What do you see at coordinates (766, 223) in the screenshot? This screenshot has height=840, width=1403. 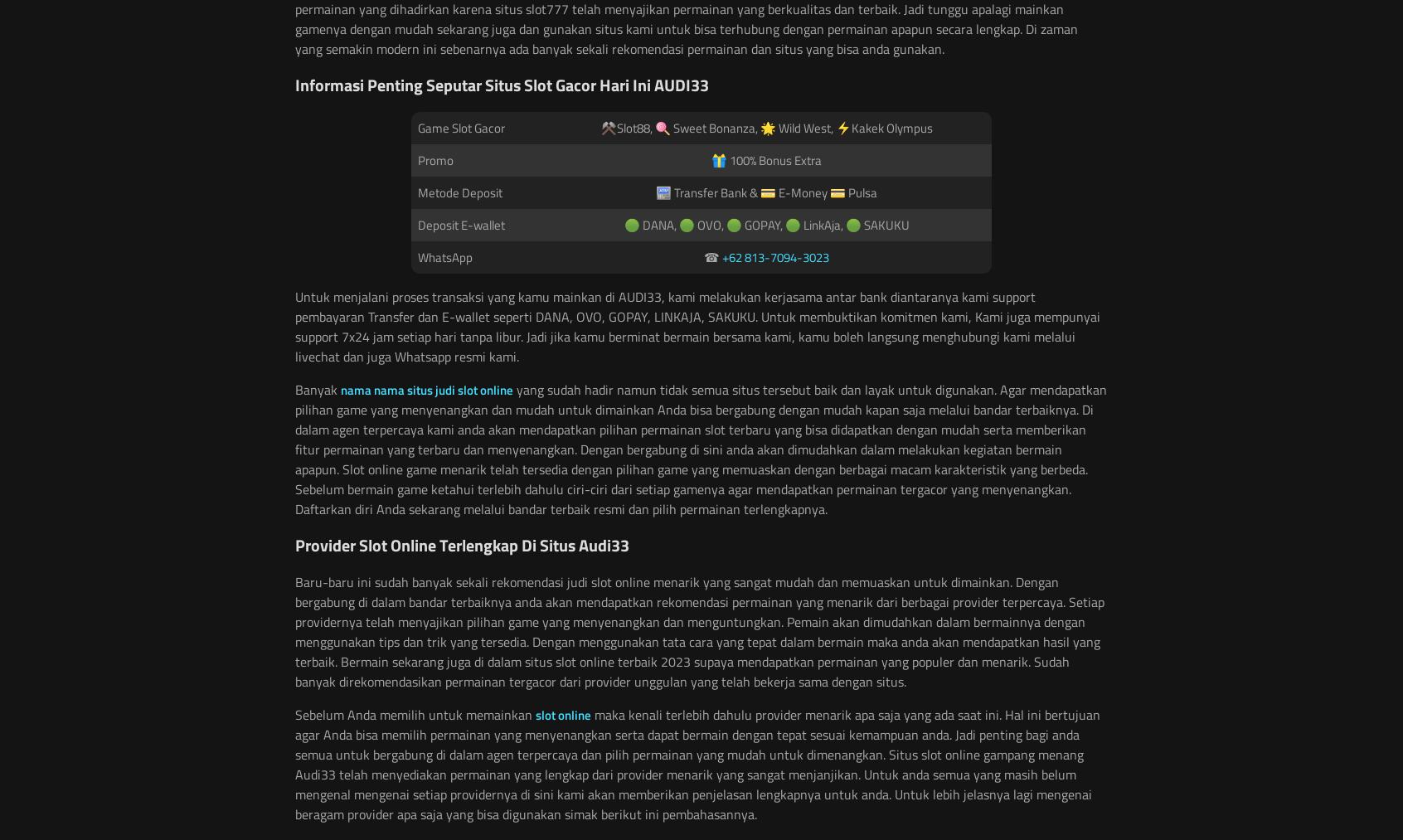 I see `'🟢 DANA, 🟢 OVO, 🟢 GOPAY, 🟢 LinkAja, 🟢 SAKUKU'` at bounding box center [766, 223].